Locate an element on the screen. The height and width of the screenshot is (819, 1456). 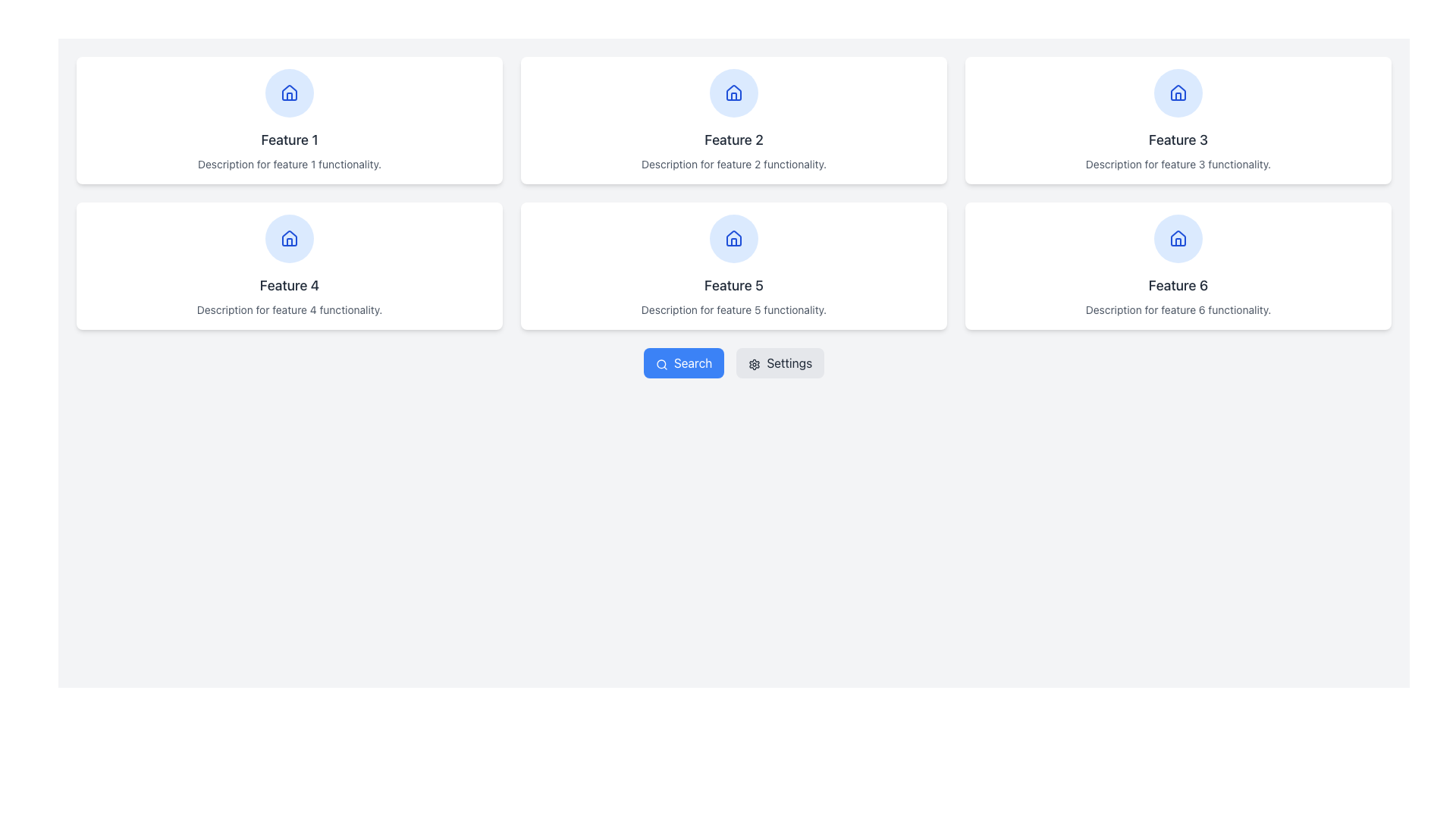
the textual description styled with a small, gray font located below the 'Feature 5' heading, which states 'Description for feature 5 functionality.' is located at coordinates (734, 309).